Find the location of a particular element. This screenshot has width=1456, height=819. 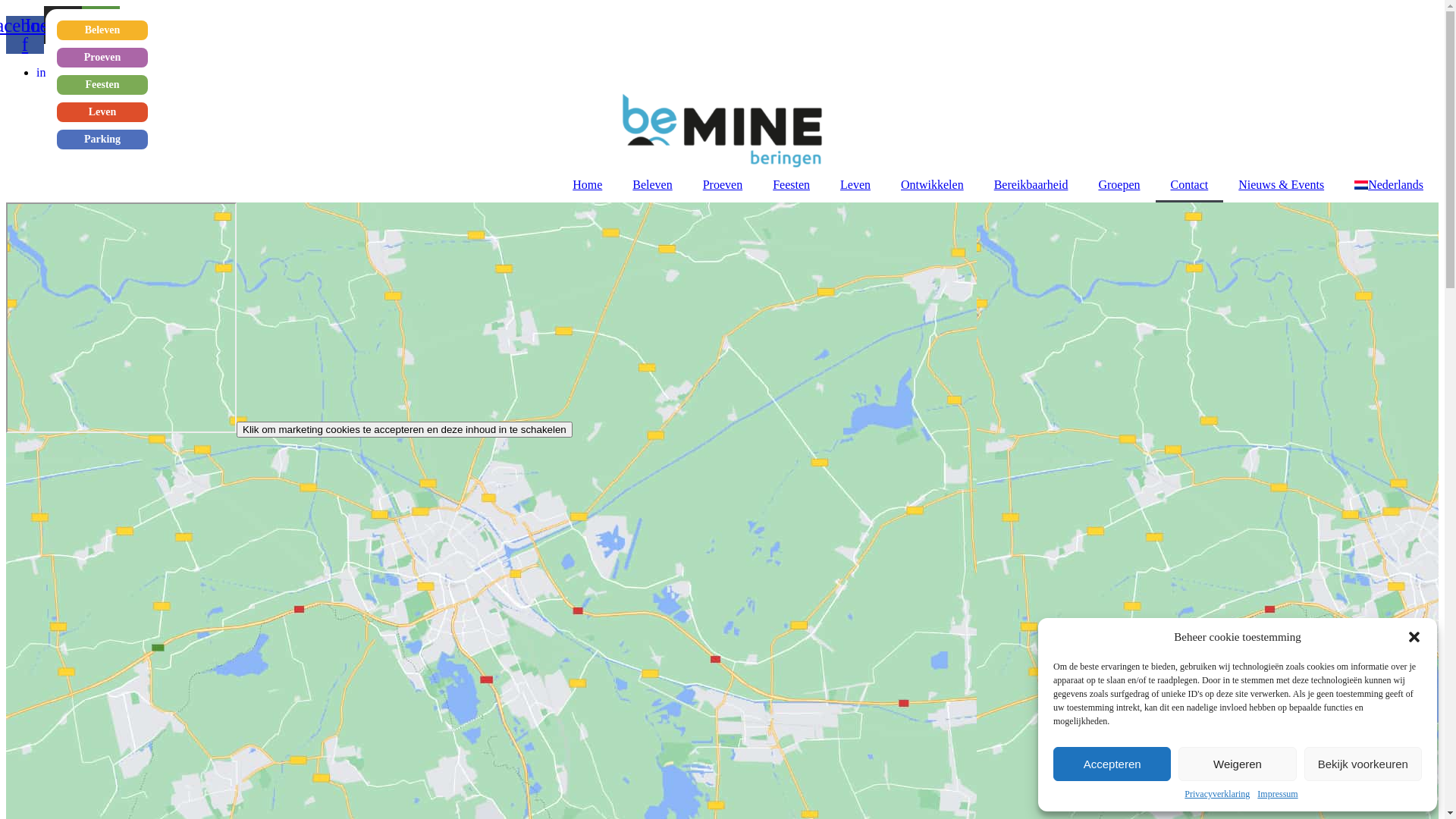

'Leven' is located at coordinates (101, 111).